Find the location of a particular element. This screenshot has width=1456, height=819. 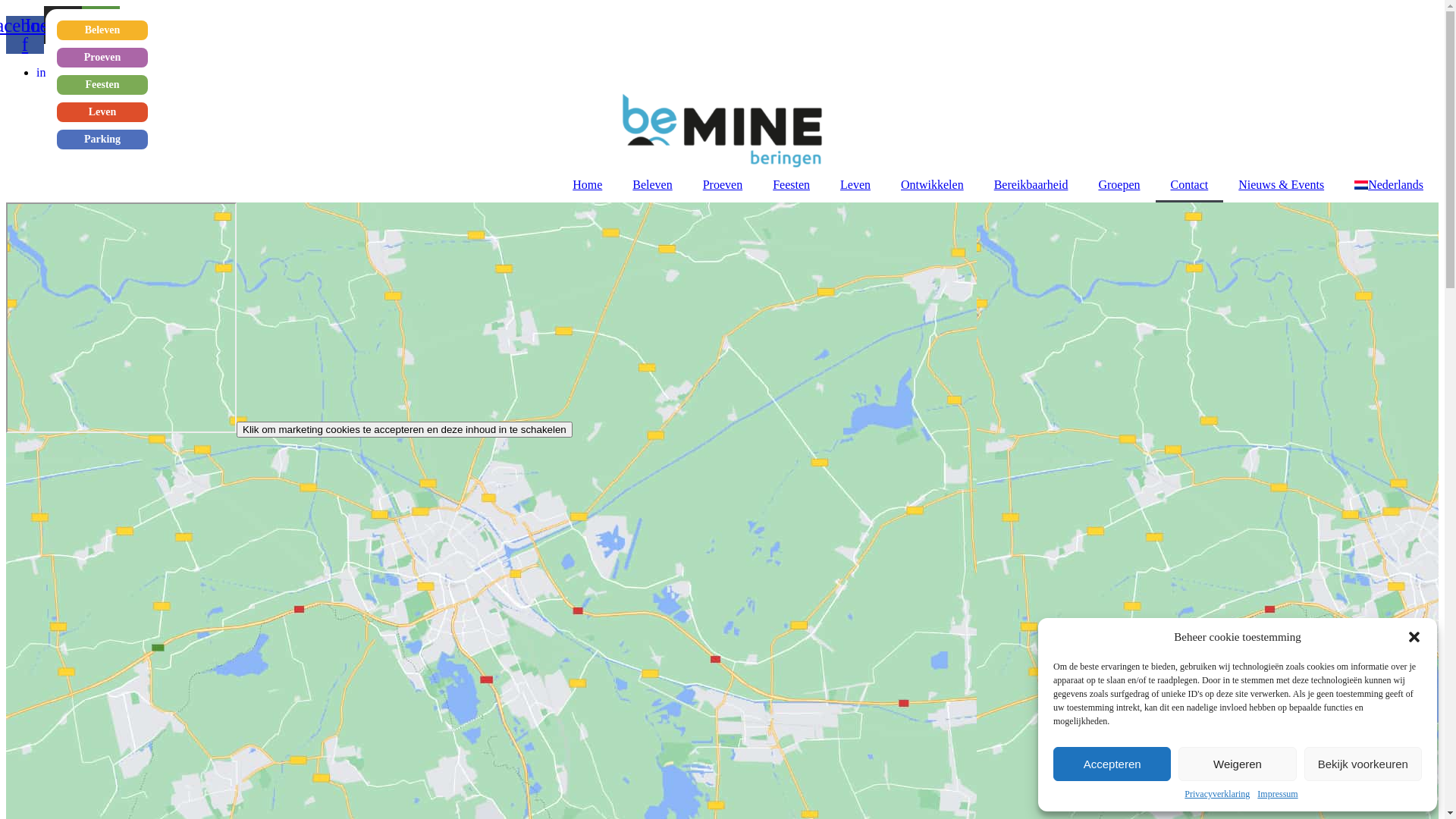

'Leven' is located at coordinates (101, 111).